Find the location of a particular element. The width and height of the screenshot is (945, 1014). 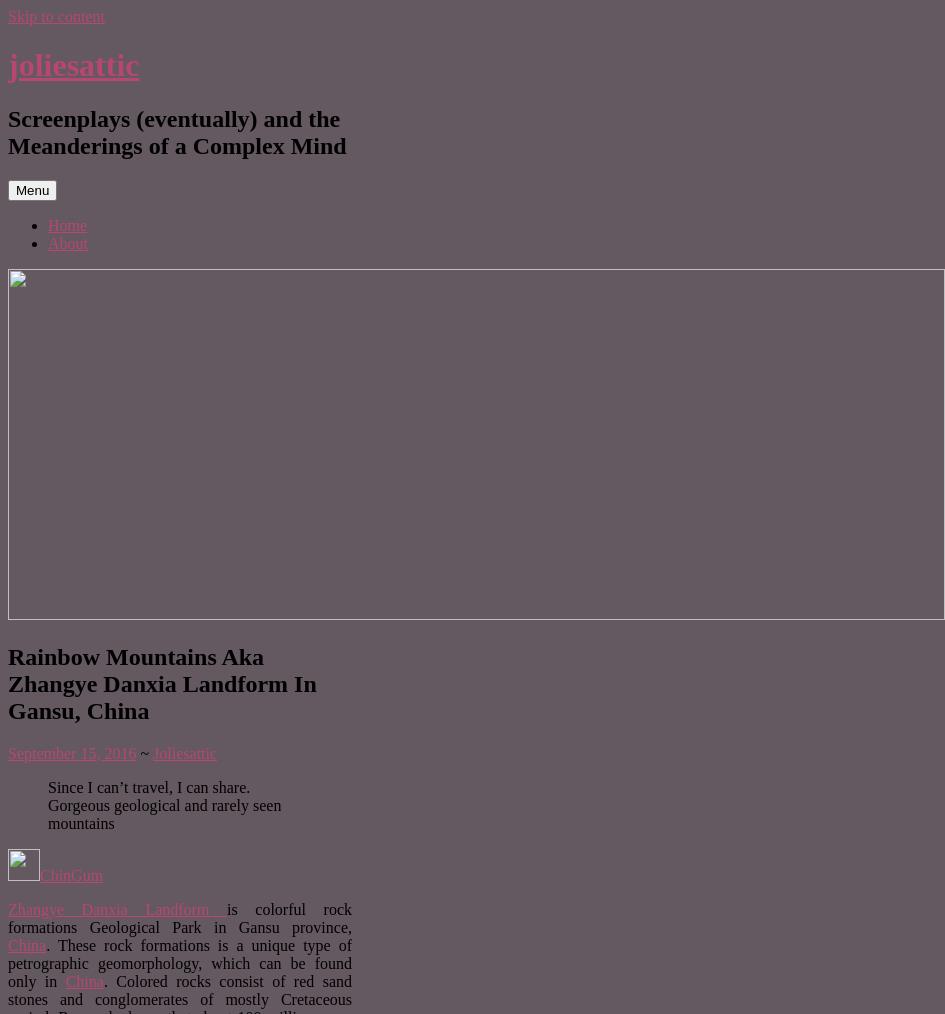

'Menu' is located at coordinates (15, 188).